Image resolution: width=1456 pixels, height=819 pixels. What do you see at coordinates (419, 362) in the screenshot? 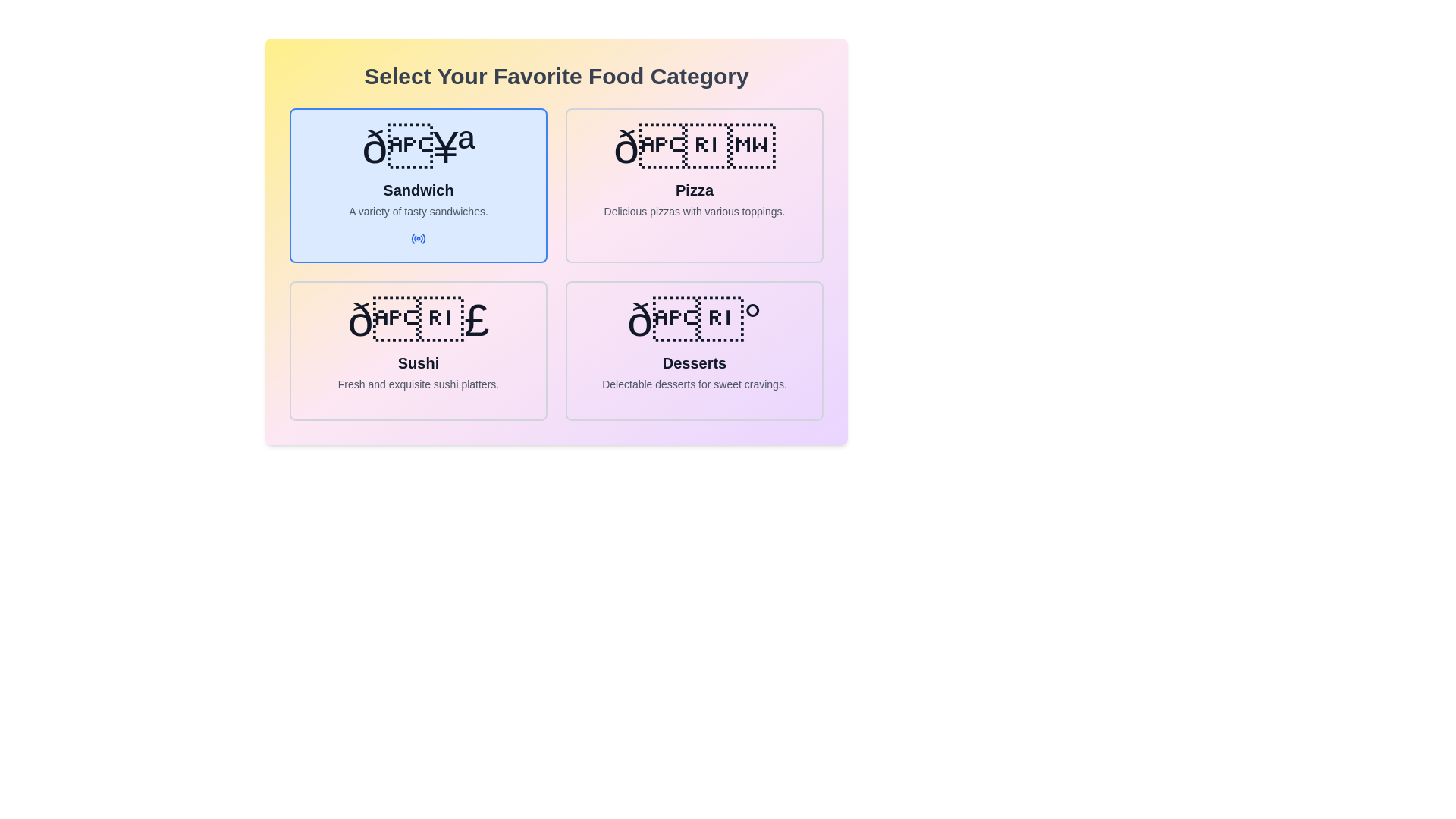
I see `the 'Sushi' text label, which is displayed in a bold font style and centrally aligned in the lower-left quadrant of the grid layout` at bounding box center [419, 362].